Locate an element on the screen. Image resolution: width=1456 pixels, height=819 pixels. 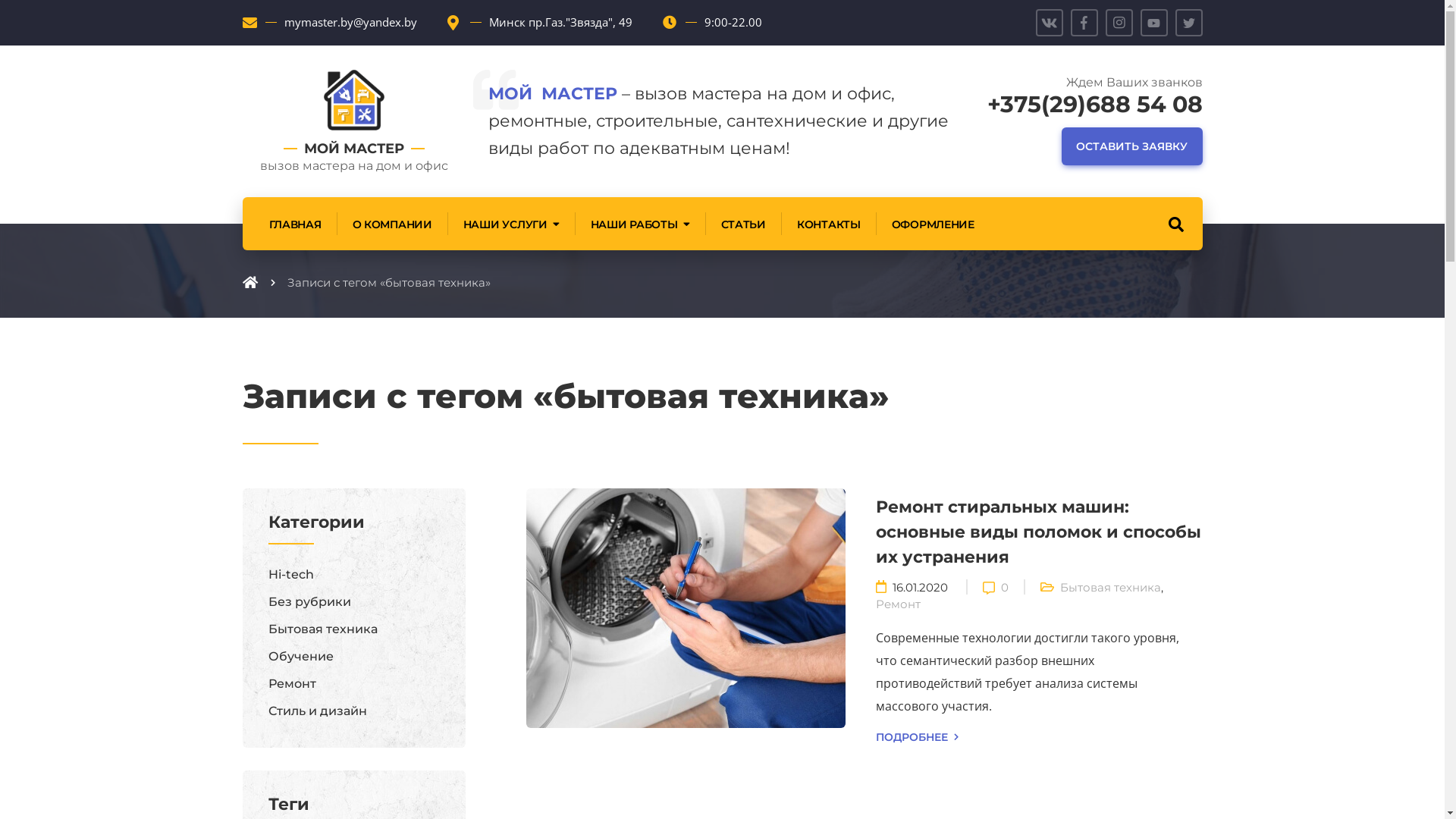
'YouTube' is located at coordinates (1153, 23).